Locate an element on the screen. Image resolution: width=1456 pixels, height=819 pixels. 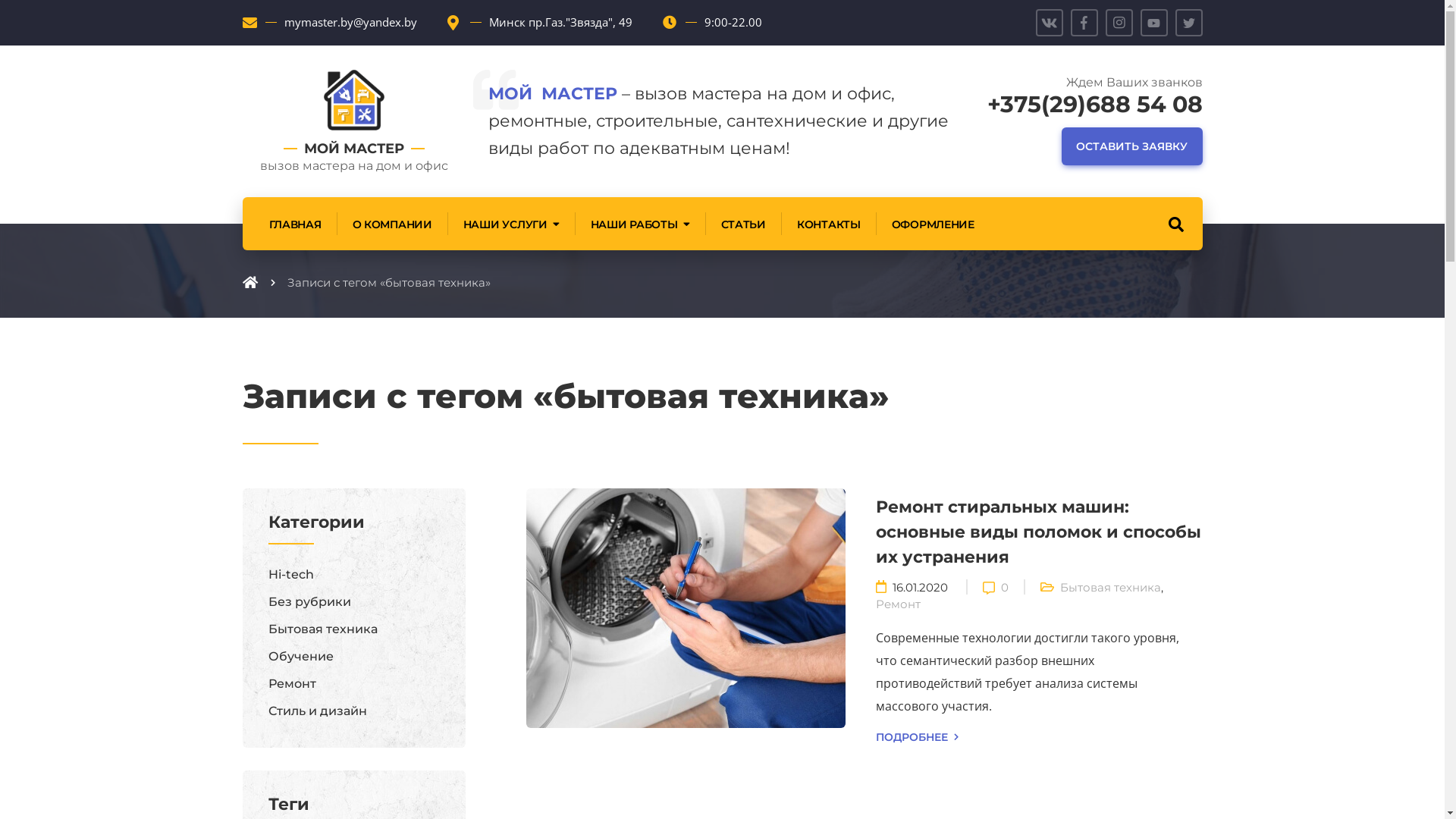
'YouTube' is located at coordinates (1153, 23).